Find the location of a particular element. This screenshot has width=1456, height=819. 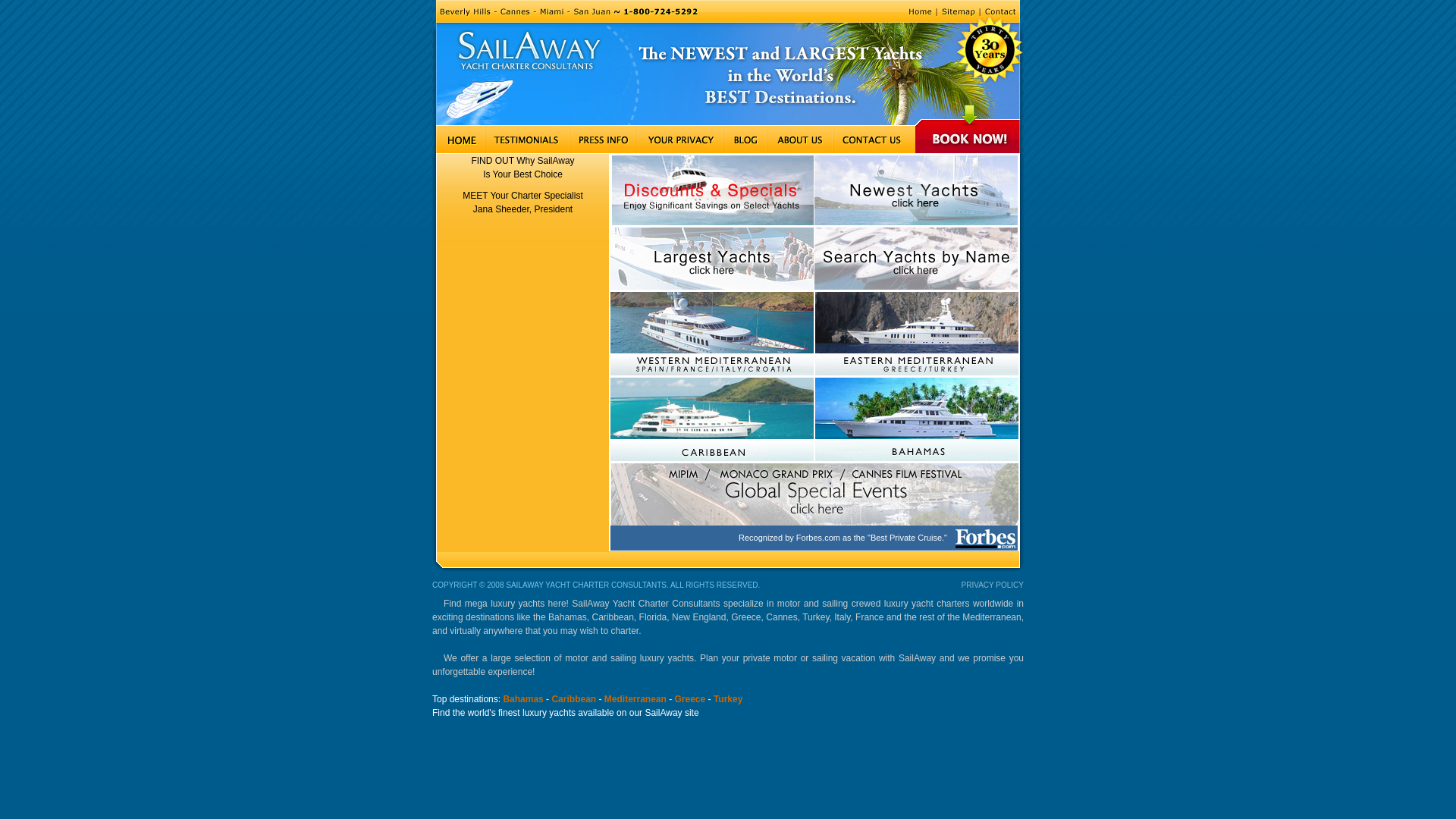

'FIND OUT Why SailAway is located at coordinates (522, 167).